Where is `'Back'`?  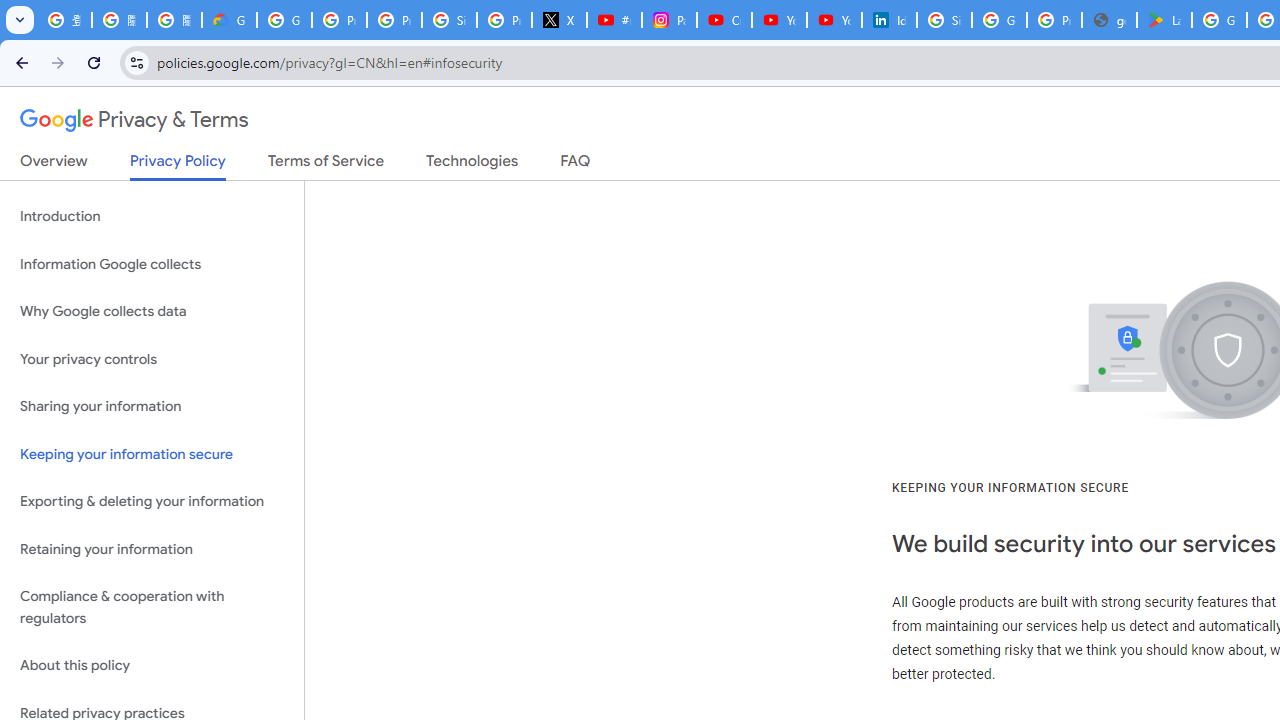
'Back' is located at coordinates (19, 61).